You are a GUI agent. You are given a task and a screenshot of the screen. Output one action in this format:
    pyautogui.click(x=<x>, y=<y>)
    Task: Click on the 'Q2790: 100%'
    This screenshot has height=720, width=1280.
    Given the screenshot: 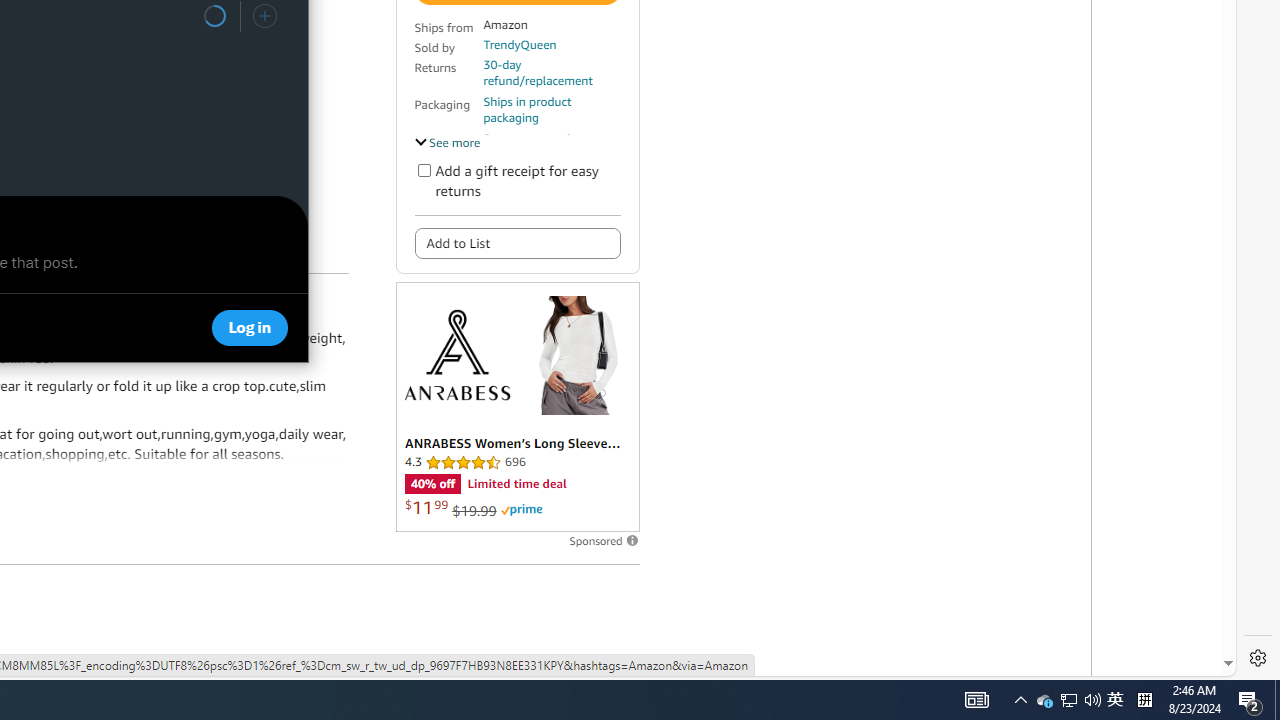 What is the action you would take?
    pyautogui.click(x=1092, y=698)
    